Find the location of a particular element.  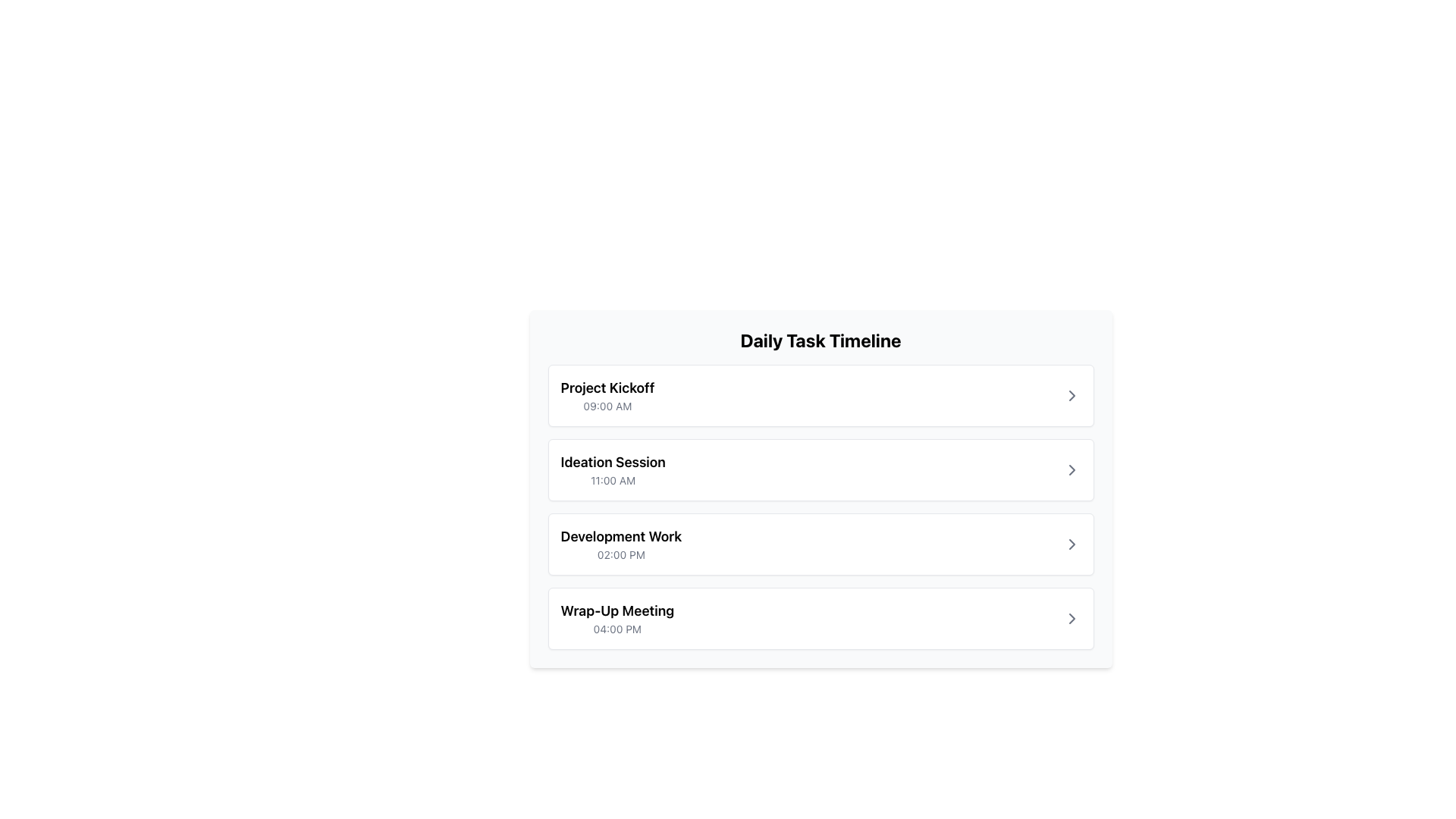

information from the third Text label group in the 'Daily Task Timeline' section, which represents a scheduled task between 'Ideation Session' at 11:00 AM and 'Wrap-Up Meeting' at 4:00 PM is located at coordinates (621, 543).